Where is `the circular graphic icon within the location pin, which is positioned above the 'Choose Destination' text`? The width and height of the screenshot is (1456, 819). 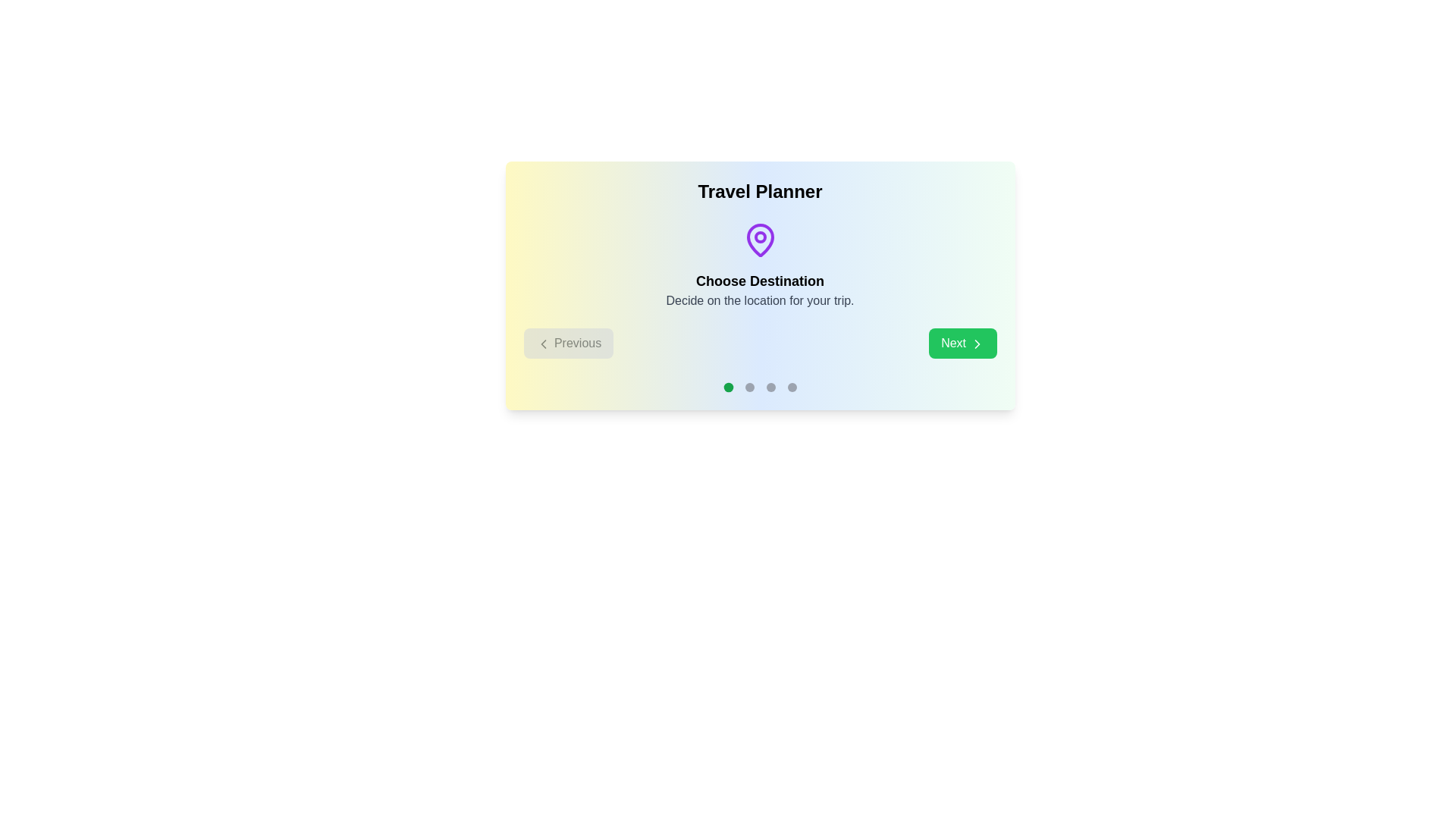
the circular graphic icon within the location pin, which is positioned above the 'Choose Destination' text is located at coordinates (760, 237).